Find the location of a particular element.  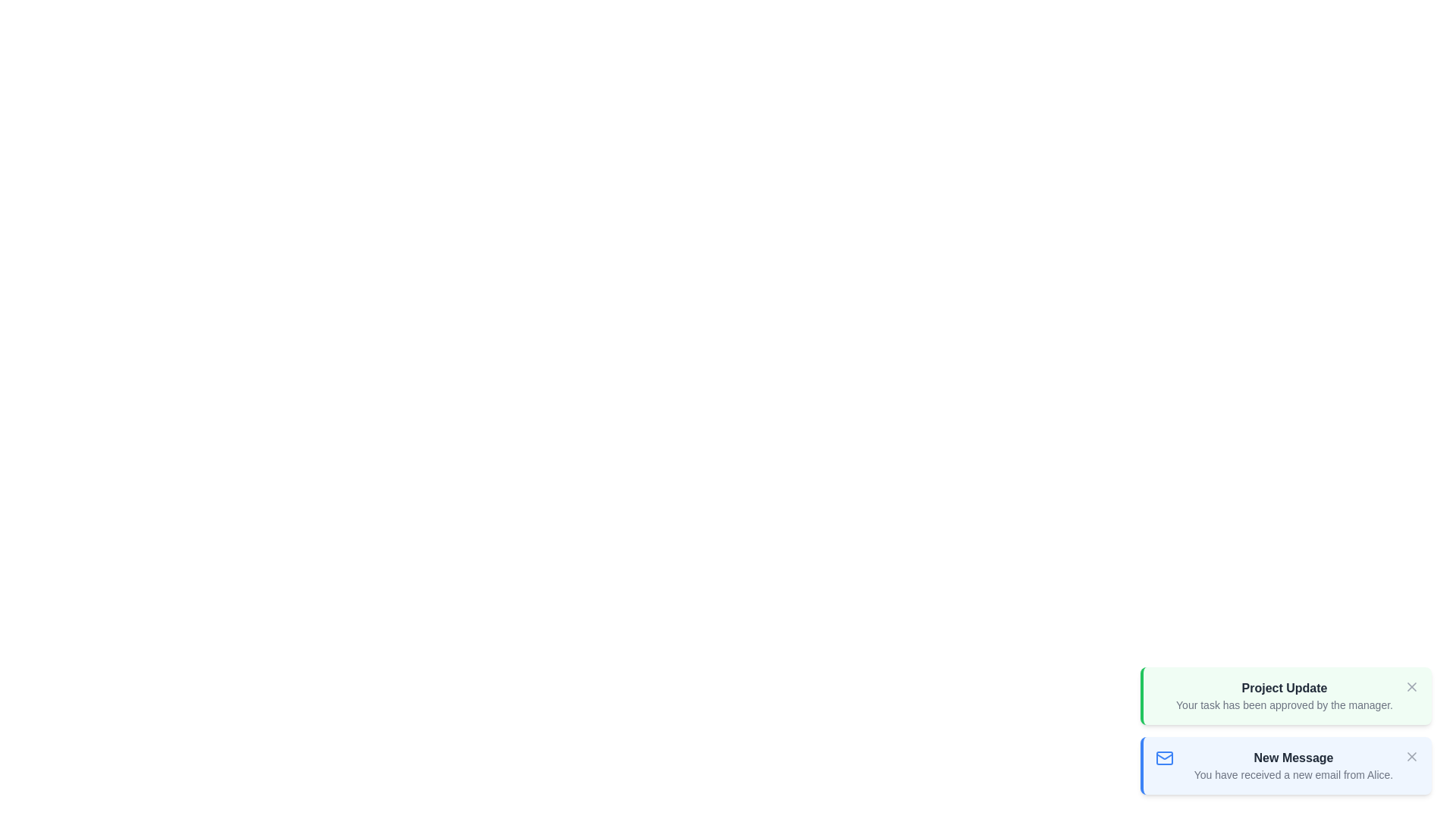

the notification titled Project Update to read its description is located at coordinates (1284, 696).